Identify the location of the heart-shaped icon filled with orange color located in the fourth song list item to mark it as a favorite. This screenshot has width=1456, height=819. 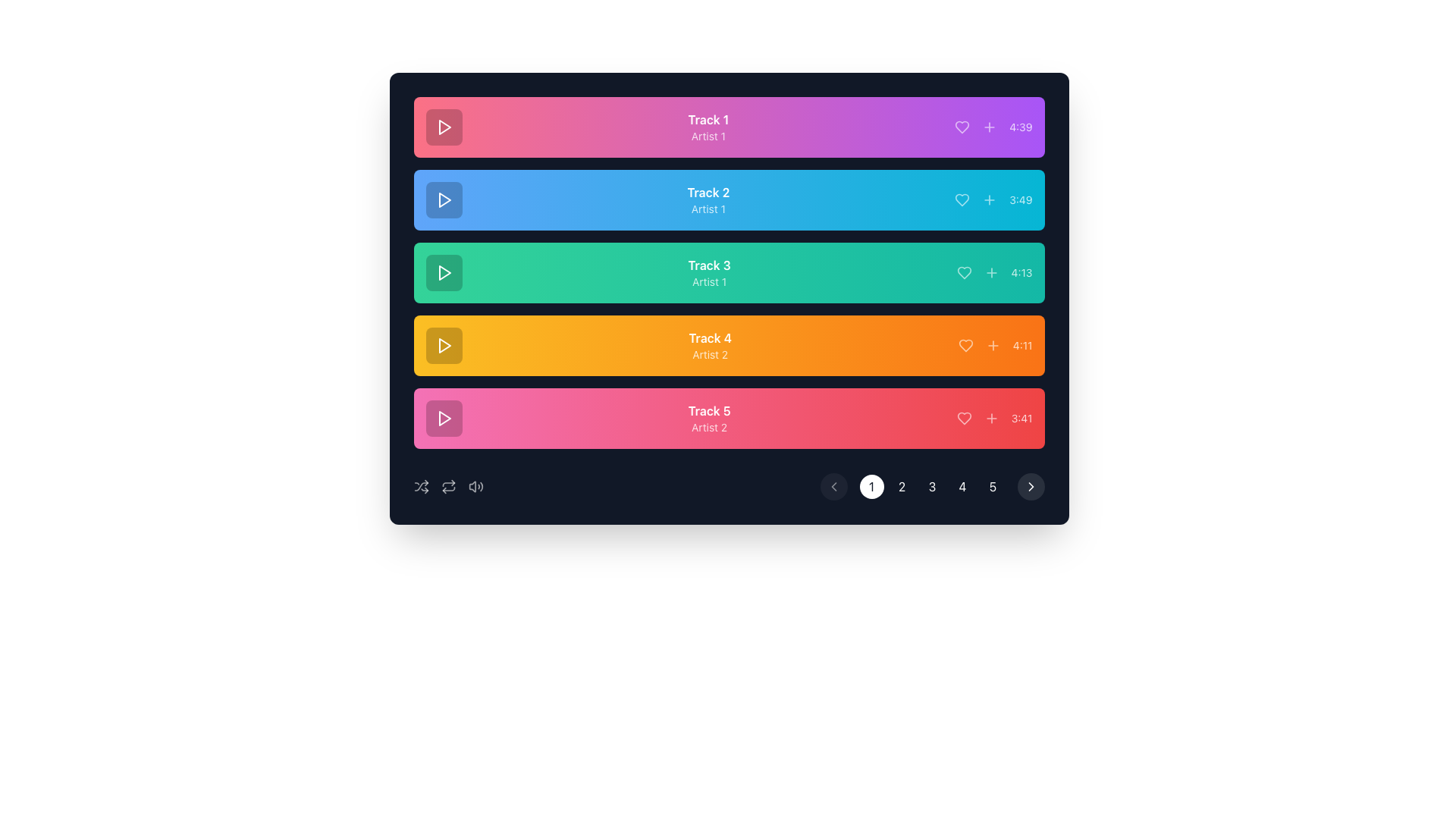
(965, 345).